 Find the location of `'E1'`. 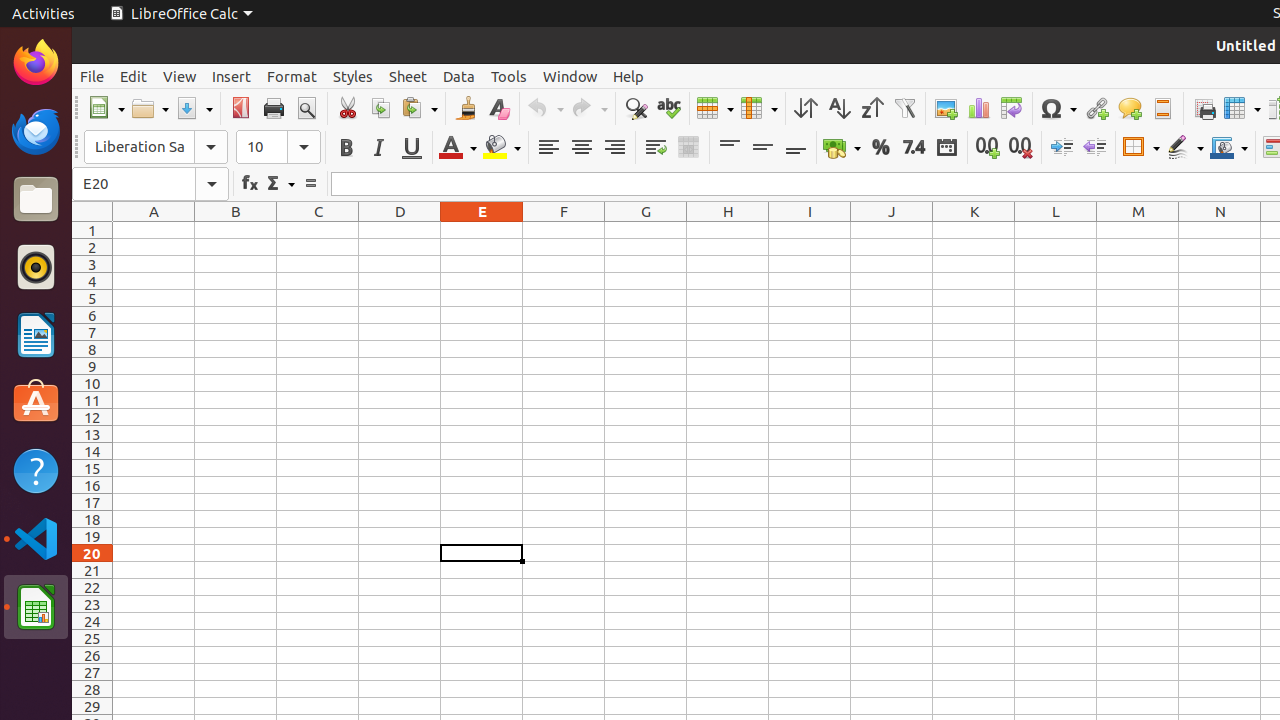

'E1' is located at coordinates (482, 229).